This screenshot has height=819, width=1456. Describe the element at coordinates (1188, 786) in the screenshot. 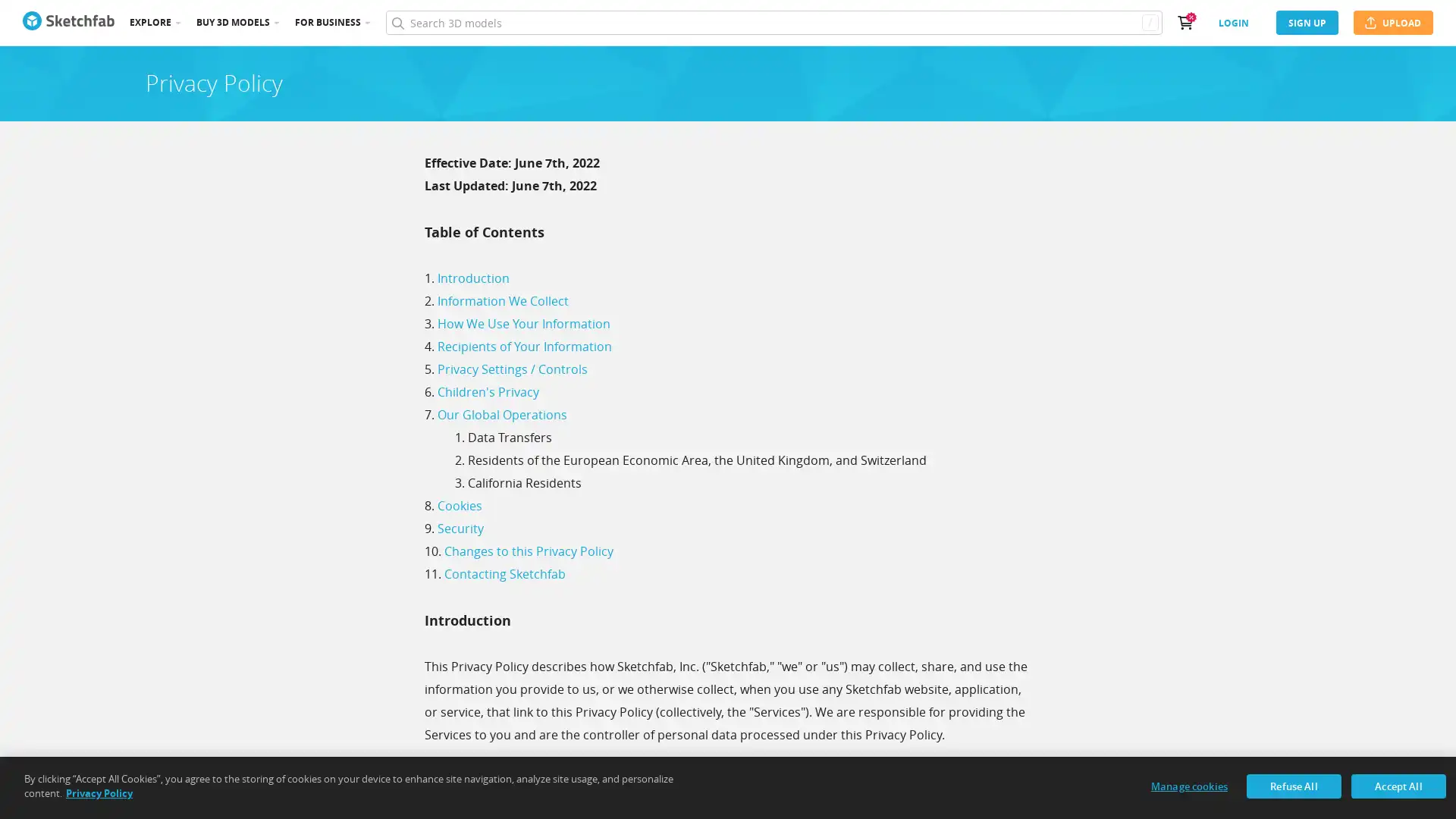

I see `Manage cookies` at that location.